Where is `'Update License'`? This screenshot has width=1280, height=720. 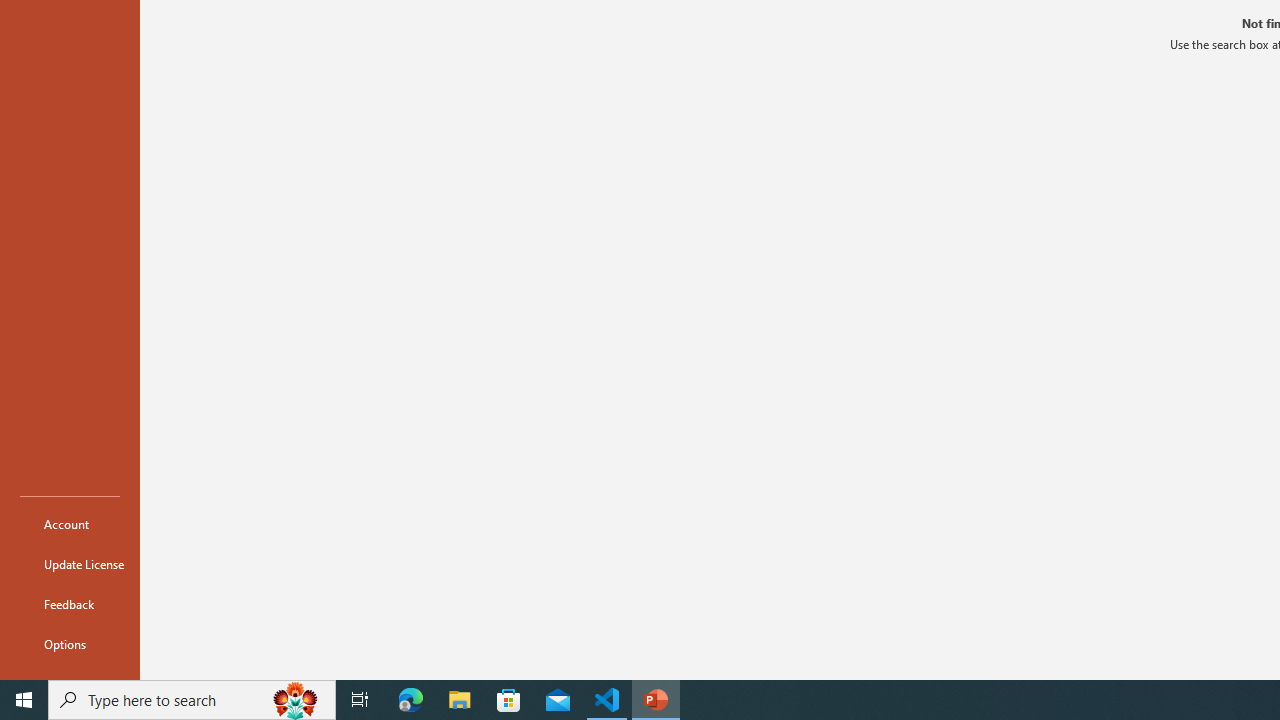 'Update License' is located at coordinates (69, 564).